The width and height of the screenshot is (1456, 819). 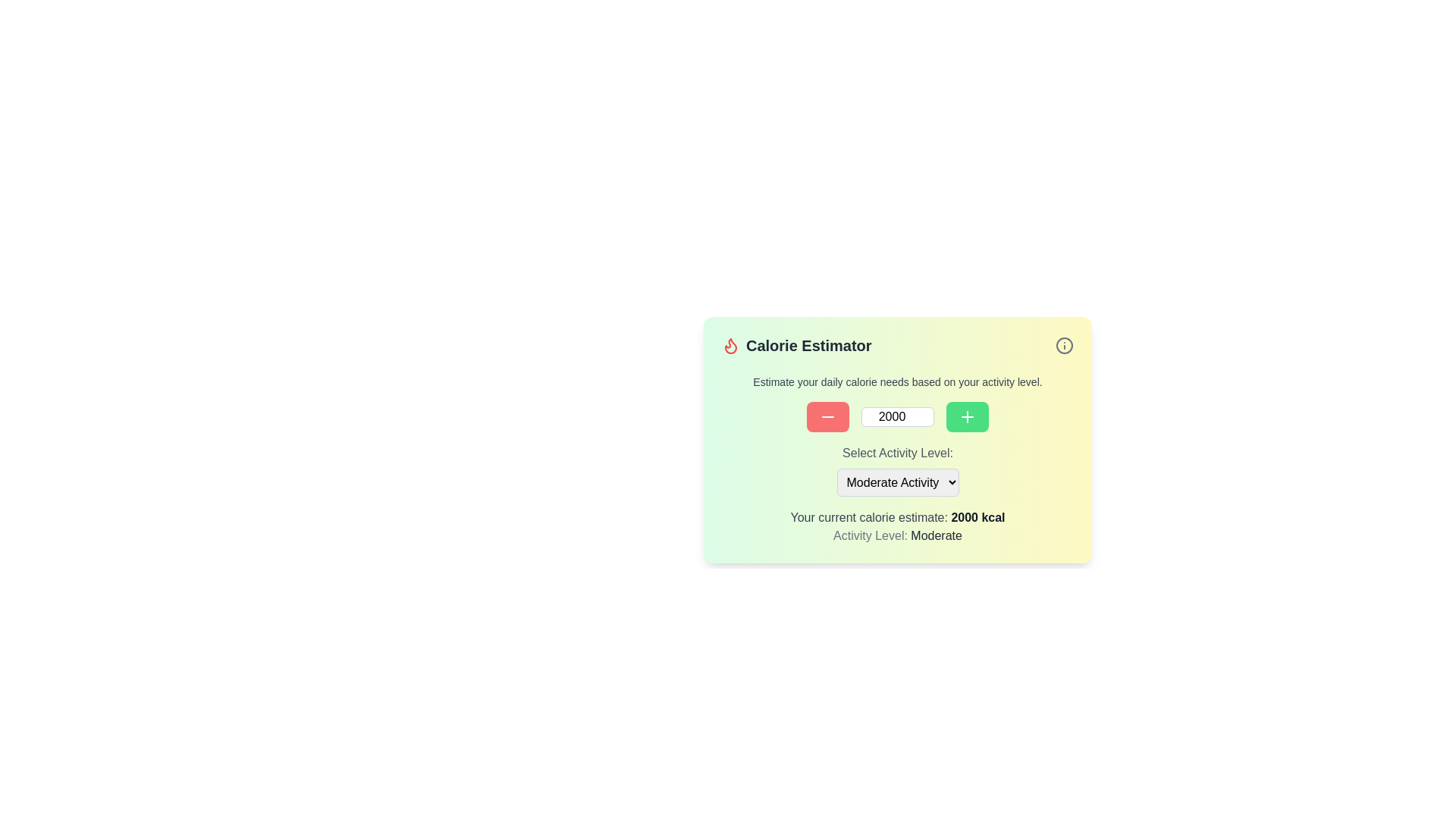 What do you see at coordinates (898, 482) in the screenshot?
I see `the dropdown menu labeled 'Select Activity Level:'` at bounding box center [898, 482].